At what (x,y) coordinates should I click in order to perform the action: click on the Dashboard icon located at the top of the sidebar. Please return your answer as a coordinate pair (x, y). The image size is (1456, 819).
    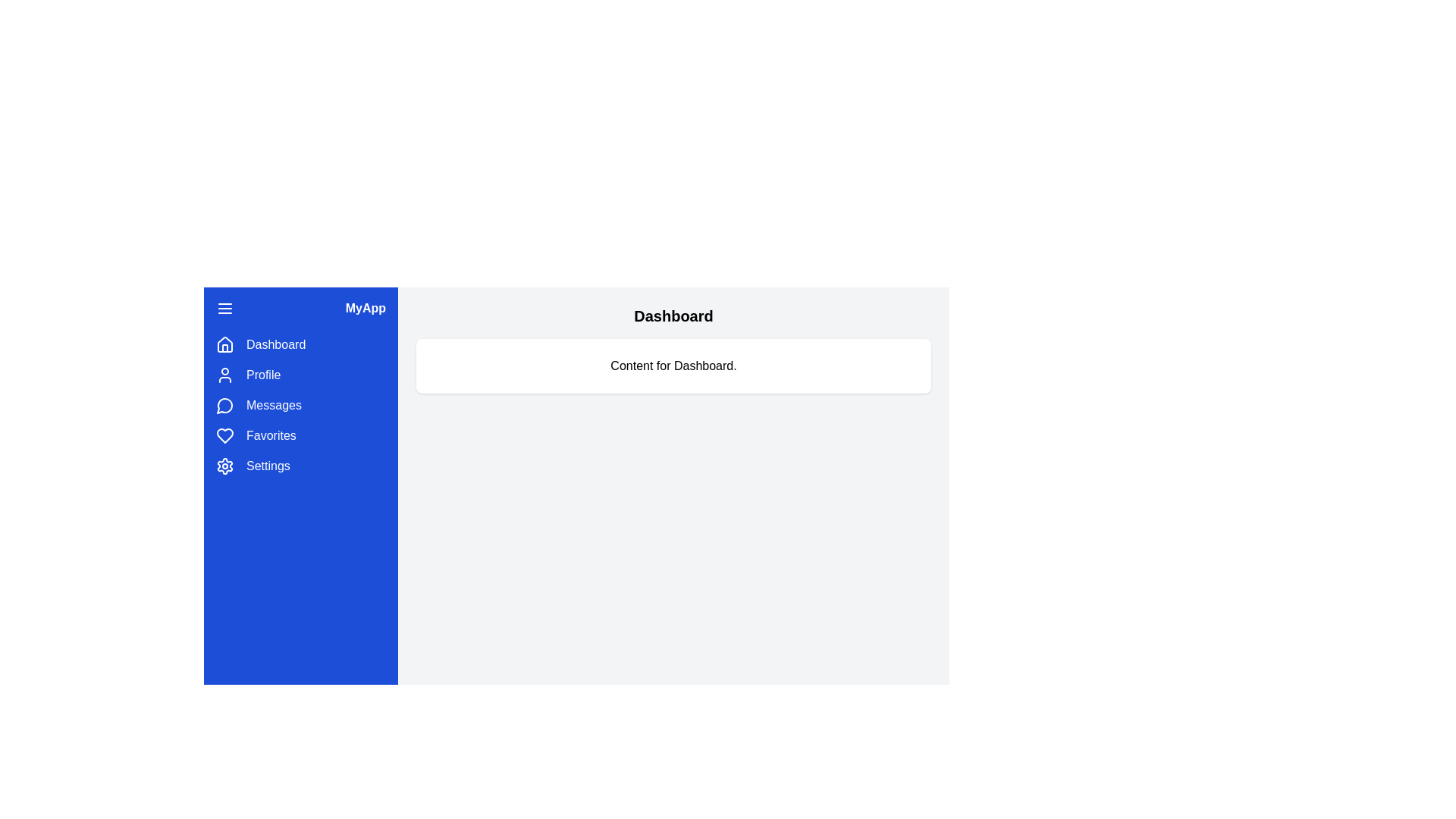
    Looking at the image, I should click on (224, 345).